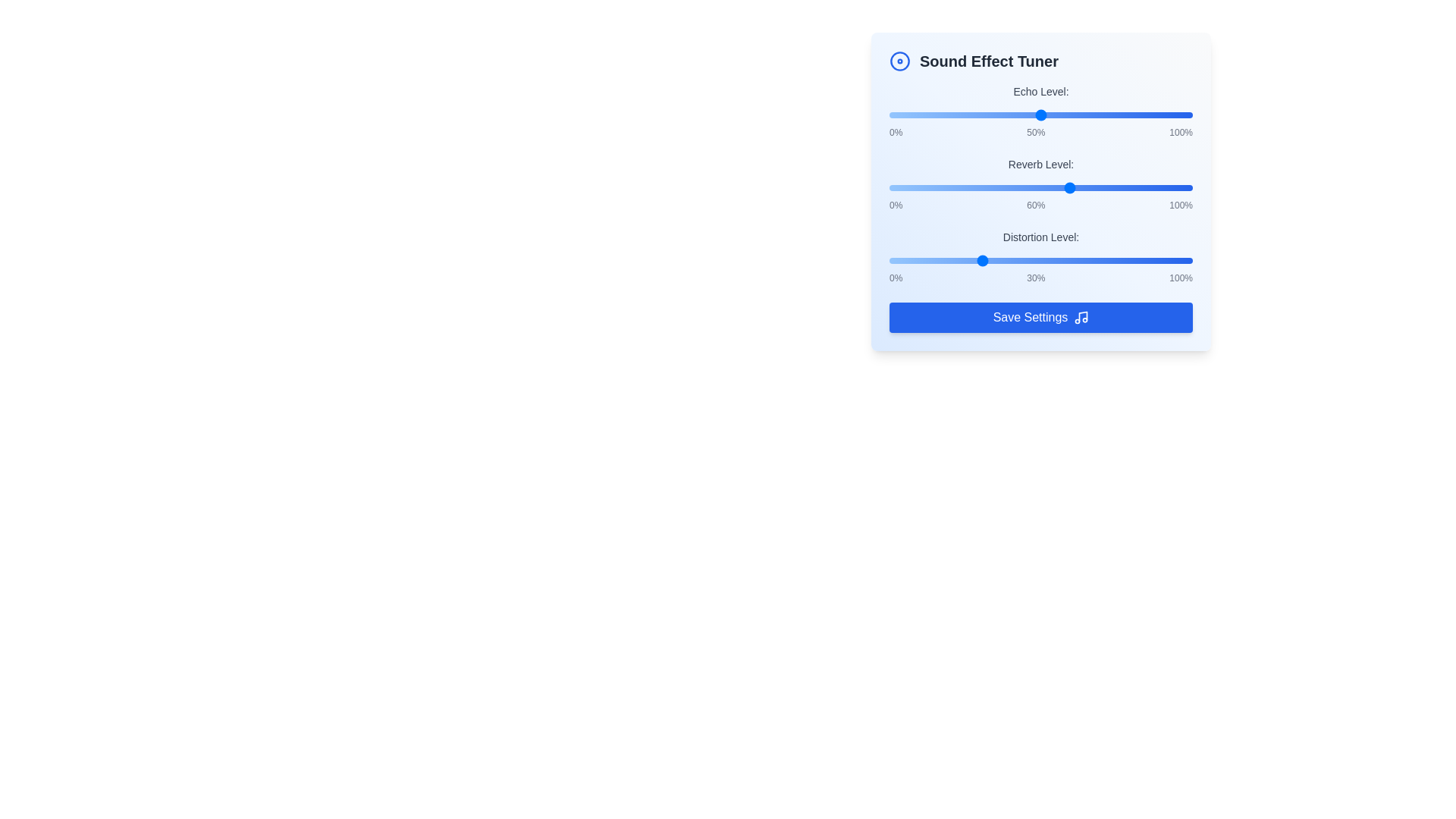  What do you see at coordinates (1034, 259) in the screenshot?
I see `the 'Distortion Level' slider to 48%` at bounding box center [1034, 259].